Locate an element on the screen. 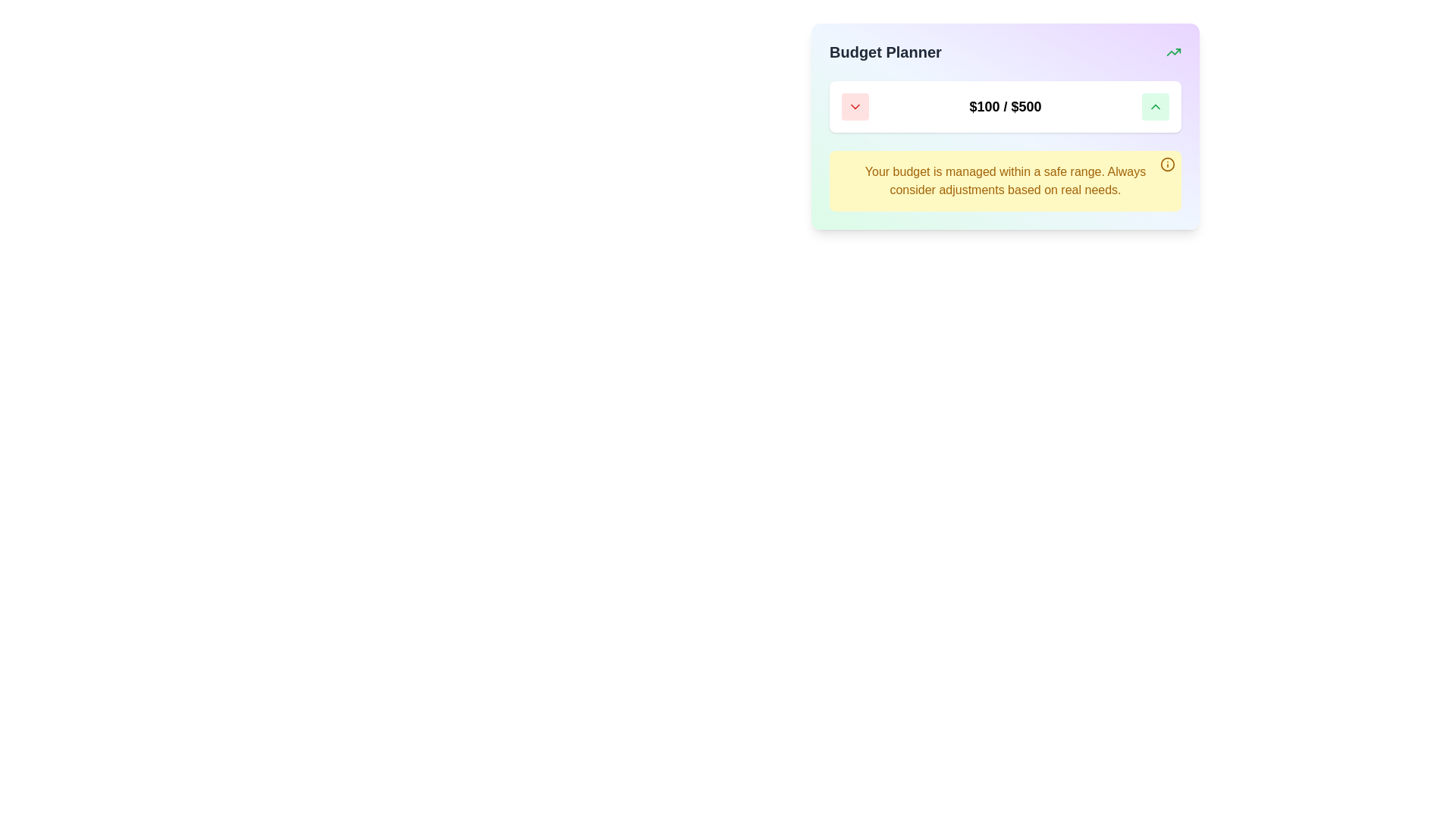  the green button with a triangular icon located on the right side of the budget display ('$100 / $500') is located at coordinates (1154, 106).